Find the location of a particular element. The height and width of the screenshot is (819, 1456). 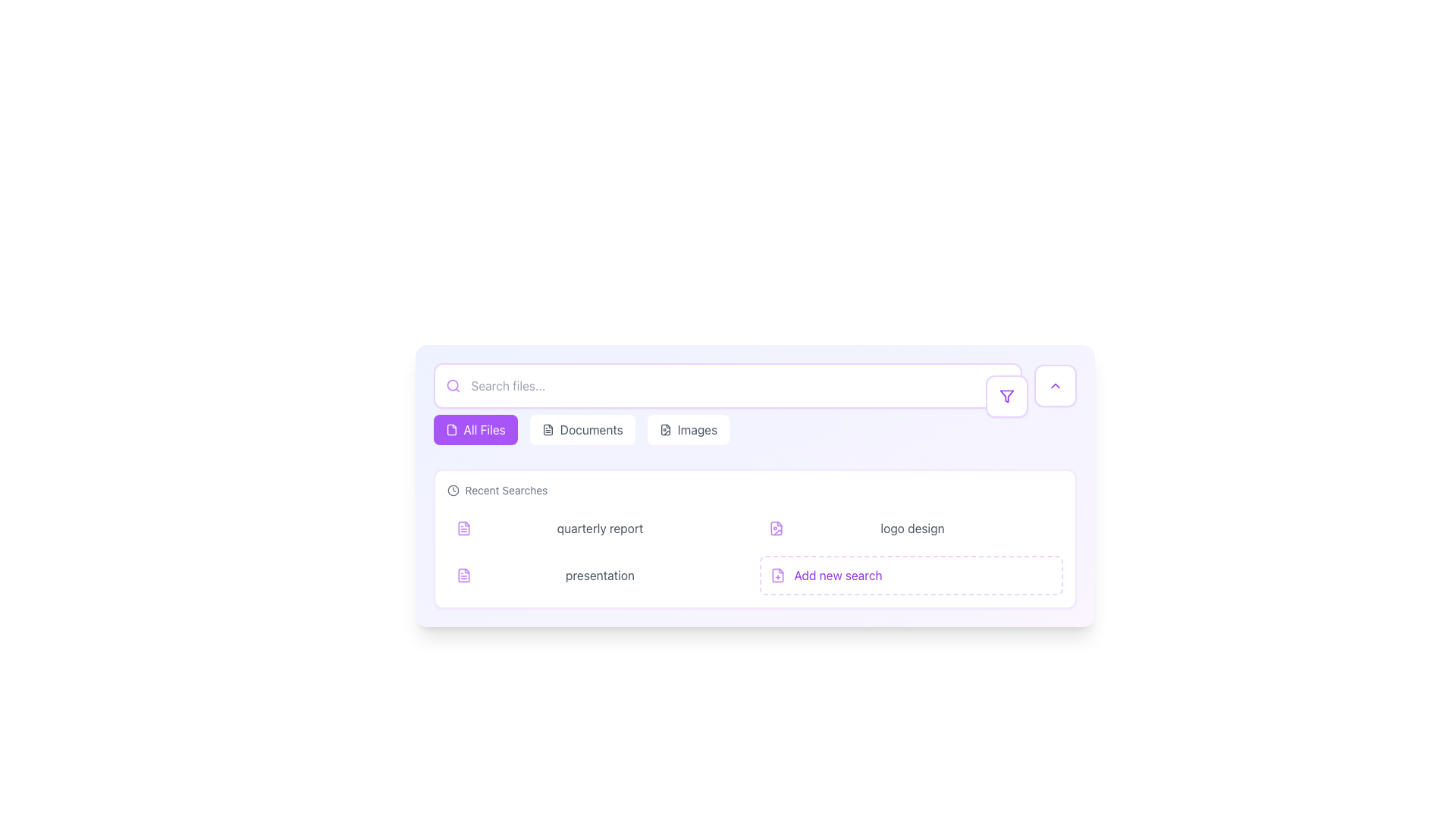

heading text of the Text Label located to the right of the clock icon in the recent searches section is located at coordinates (506, 491).